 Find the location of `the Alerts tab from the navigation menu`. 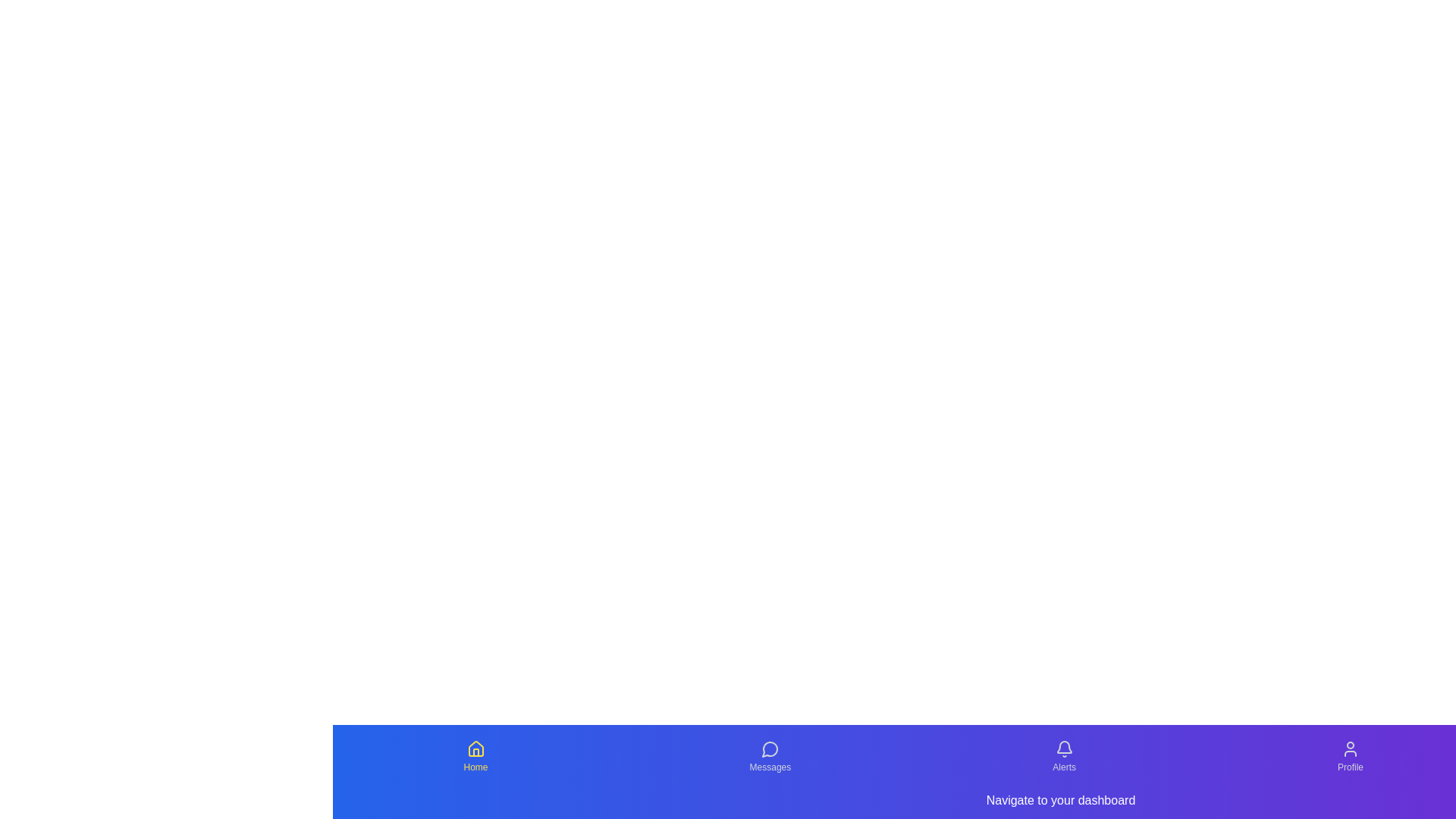

the Alerts tab from the navigation menu is located at coordinates (1063, 757).